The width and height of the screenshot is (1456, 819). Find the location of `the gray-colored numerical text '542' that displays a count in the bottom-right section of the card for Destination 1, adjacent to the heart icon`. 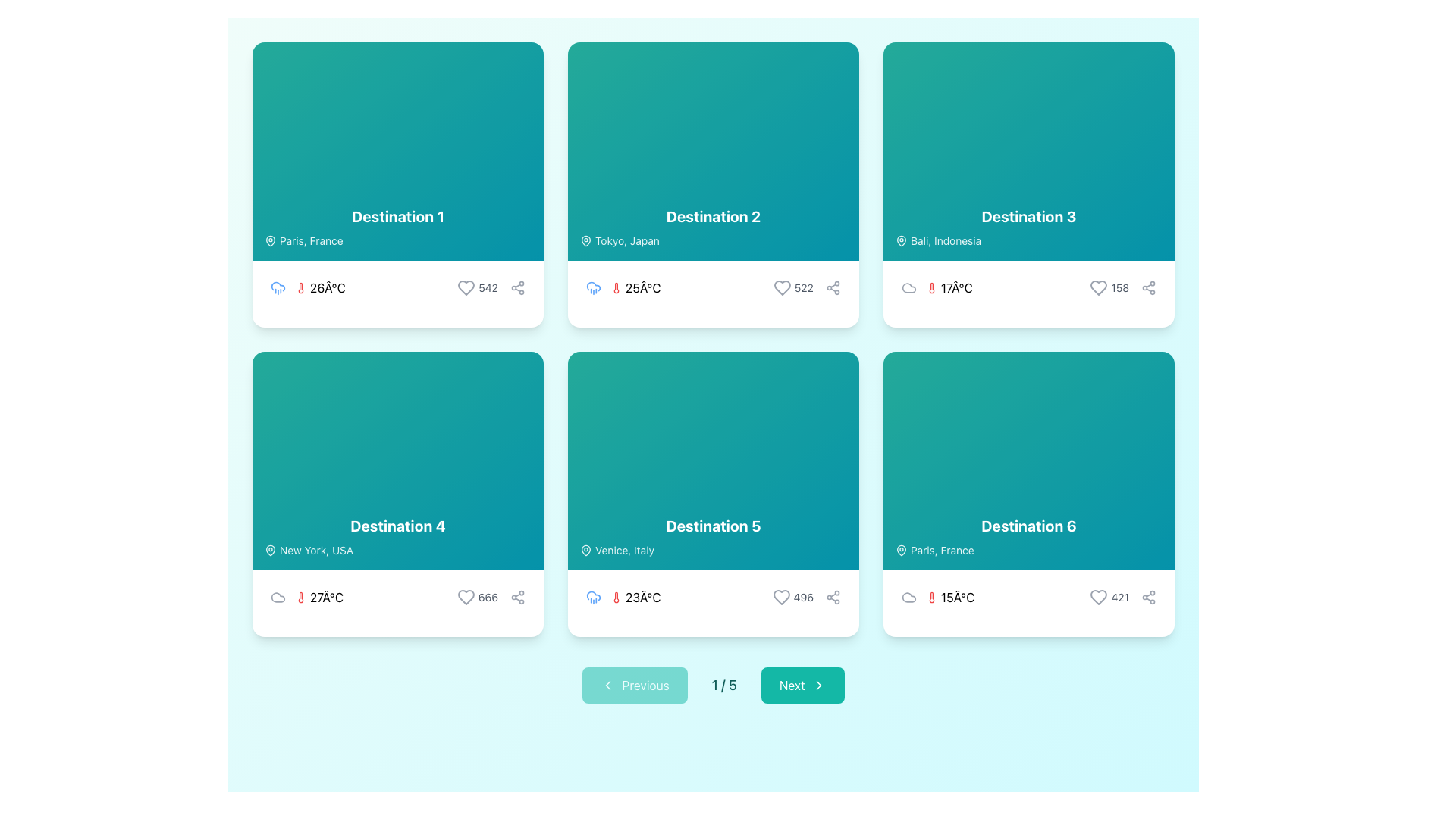

the gray-colored numerical text '542' that displays a count in the bottom-right section of the card for Destination 1, adjacent to the heart icon is located at coordinates (488, 288).